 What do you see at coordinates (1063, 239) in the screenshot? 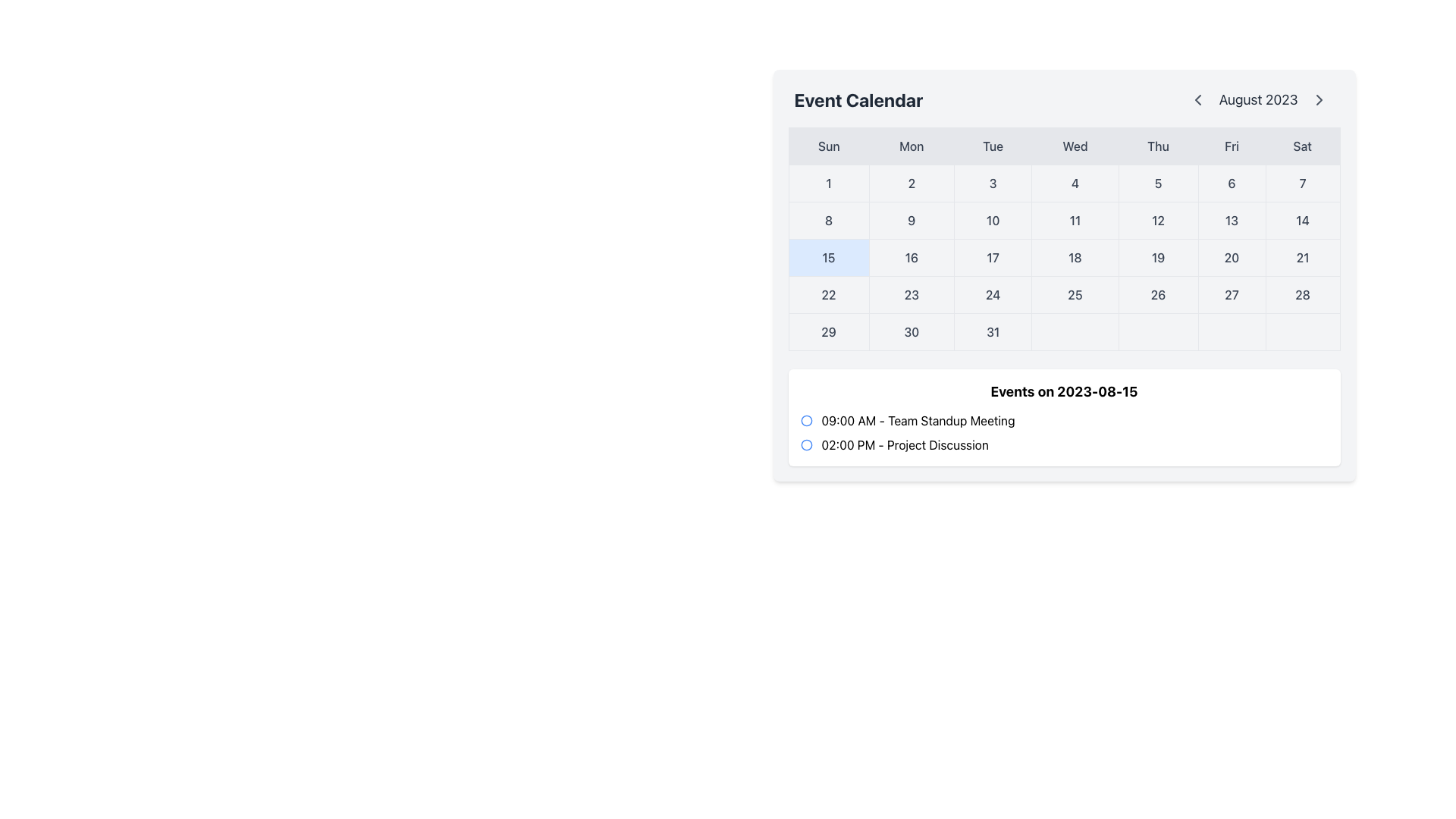
I see `a different date within the Calendar Grid located in the 'Event Calendar' panel, positioned beneath the month navigation controls and above the event details section` at bounding box center [1063, 239].